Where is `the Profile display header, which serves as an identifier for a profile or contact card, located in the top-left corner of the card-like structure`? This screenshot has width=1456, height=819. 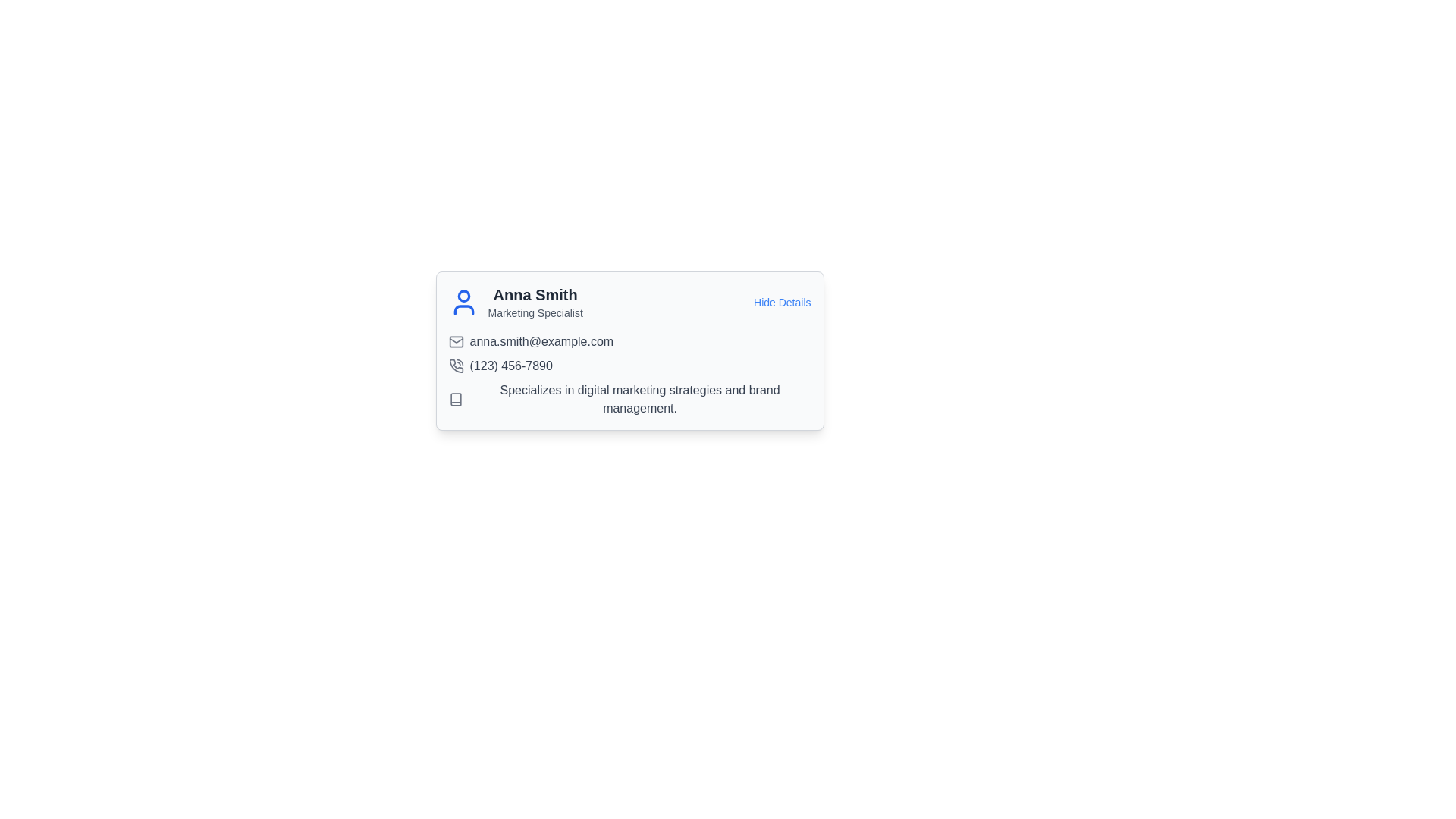 the Profile display header, which serves as an identifier for a profile or contact card, located in the top-left corner of the card-like structure is located at coordinates (516, 302).